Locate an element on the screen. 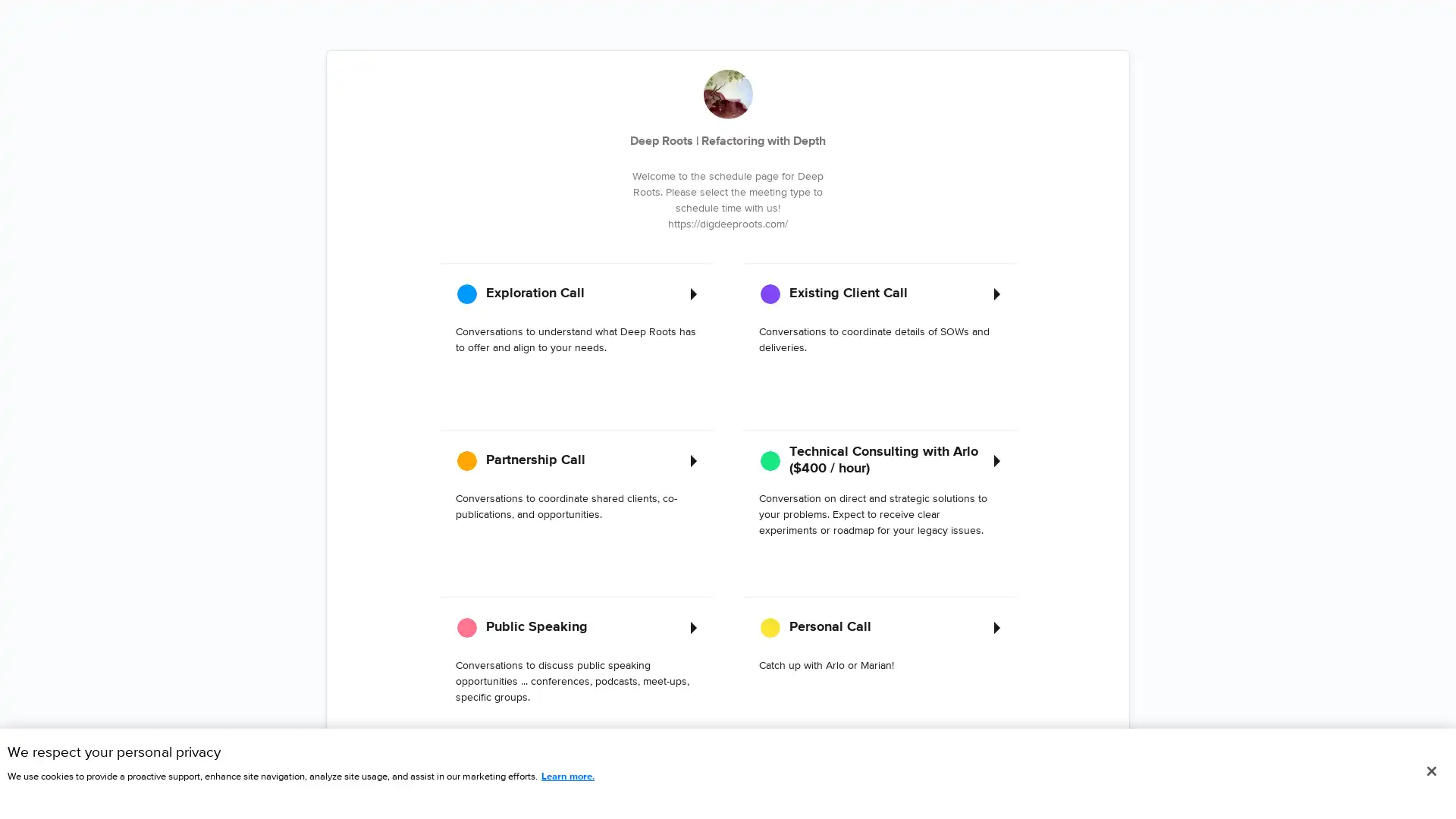 Image resolution: width=1456 pixels, height=819 pixels. Cookie settings is located at coordinates (385, 744).